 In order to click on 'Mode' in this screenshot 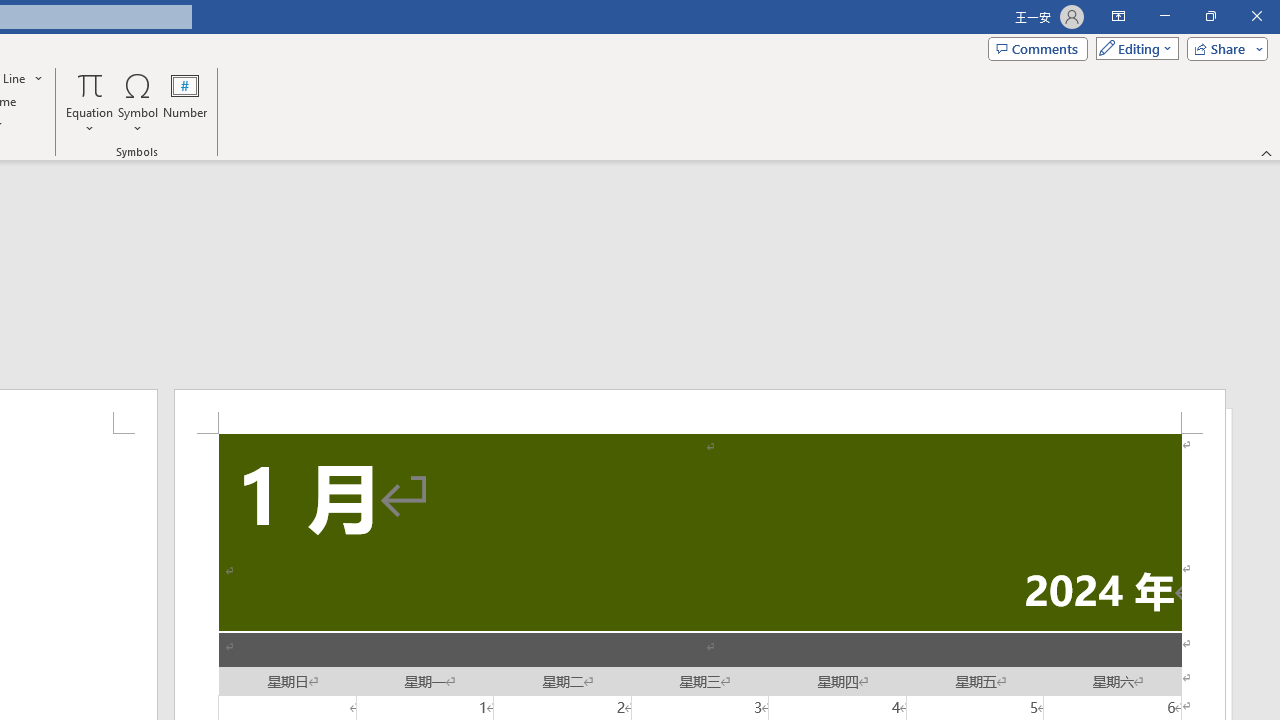, I will do `click(1133, 47)`.